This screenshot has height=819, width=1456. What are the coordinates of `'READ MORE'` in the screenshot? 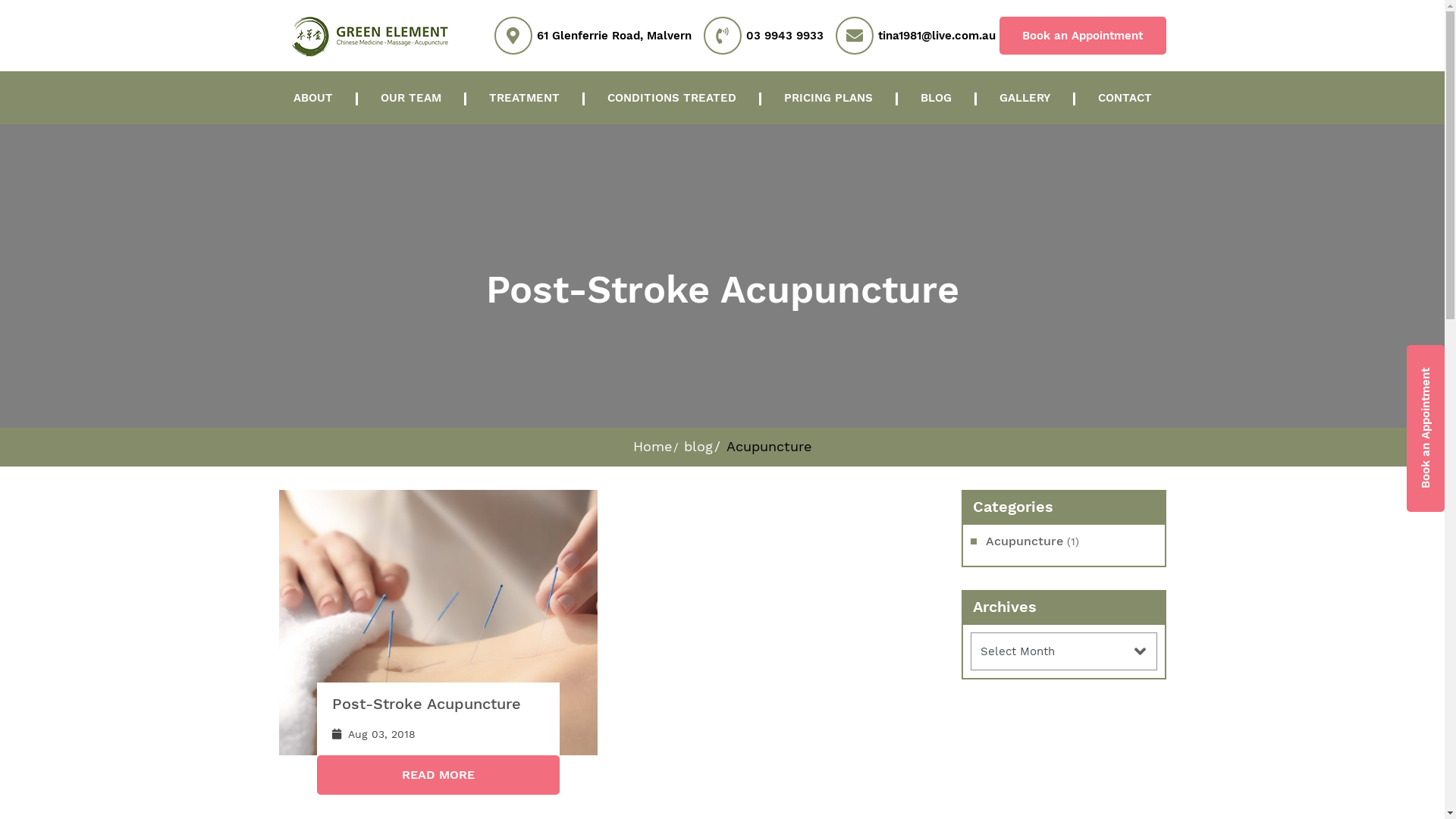 It's located at (437, 775).